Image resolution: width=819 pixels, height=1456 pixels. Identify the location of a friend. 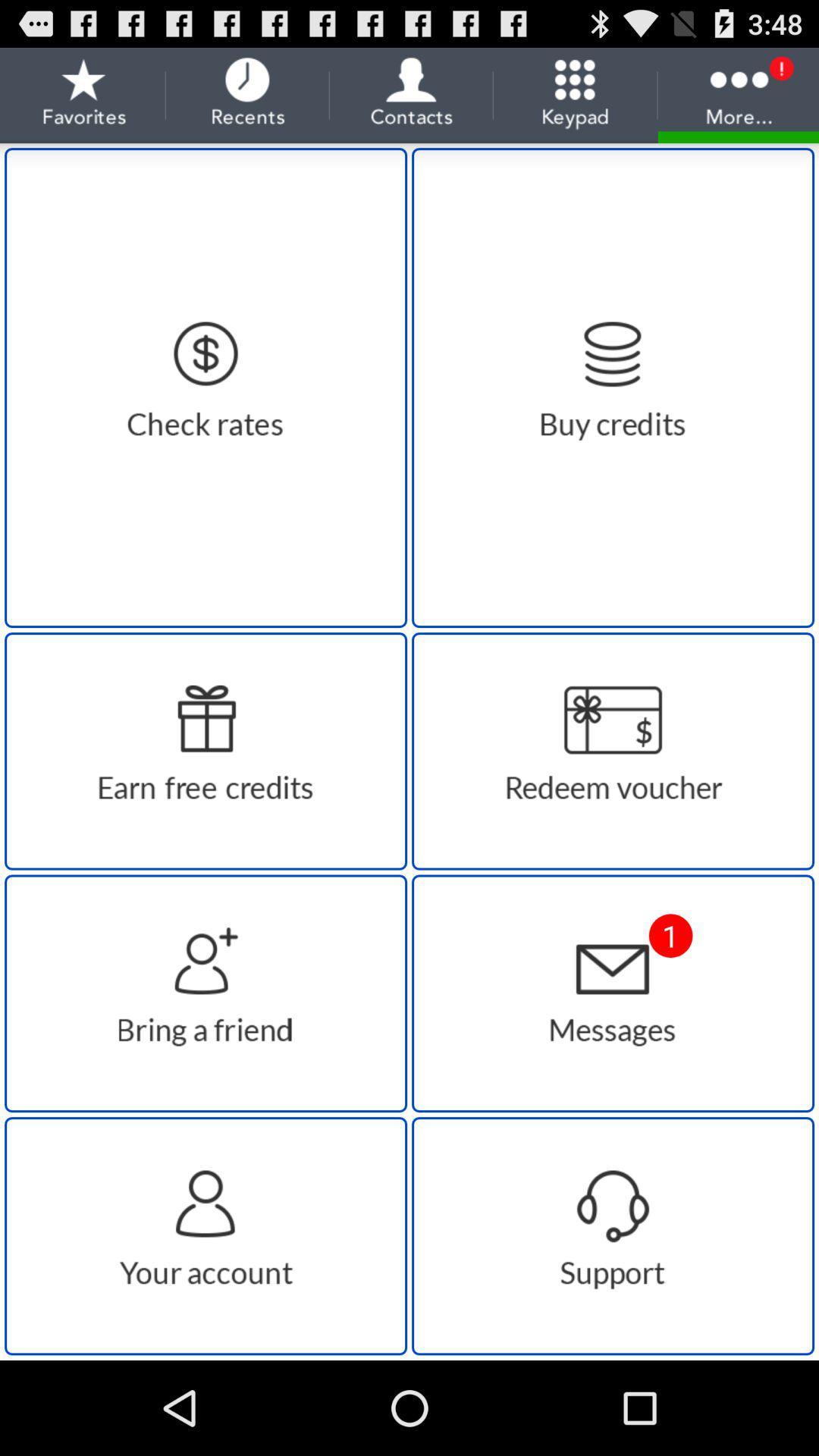
(206, 993).